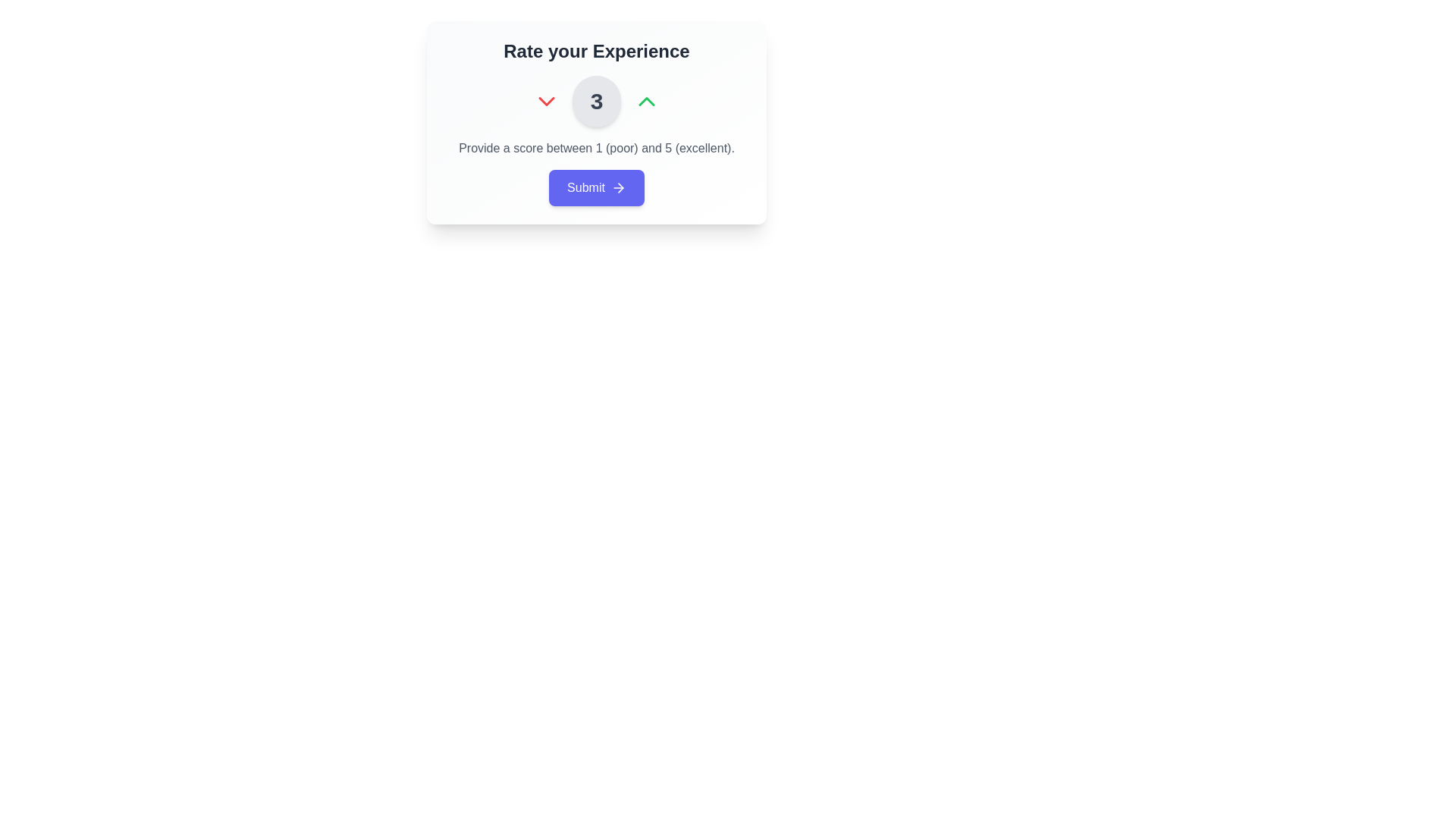 The image size is (1456, 819). What do you see at coordinates (596, 102) in the screenshot?
I see `the circular Display Label containing the bold numeral '3' in dark gray, which is part of the rating panel above the description text and submission button` at bounding box center [596, 102].